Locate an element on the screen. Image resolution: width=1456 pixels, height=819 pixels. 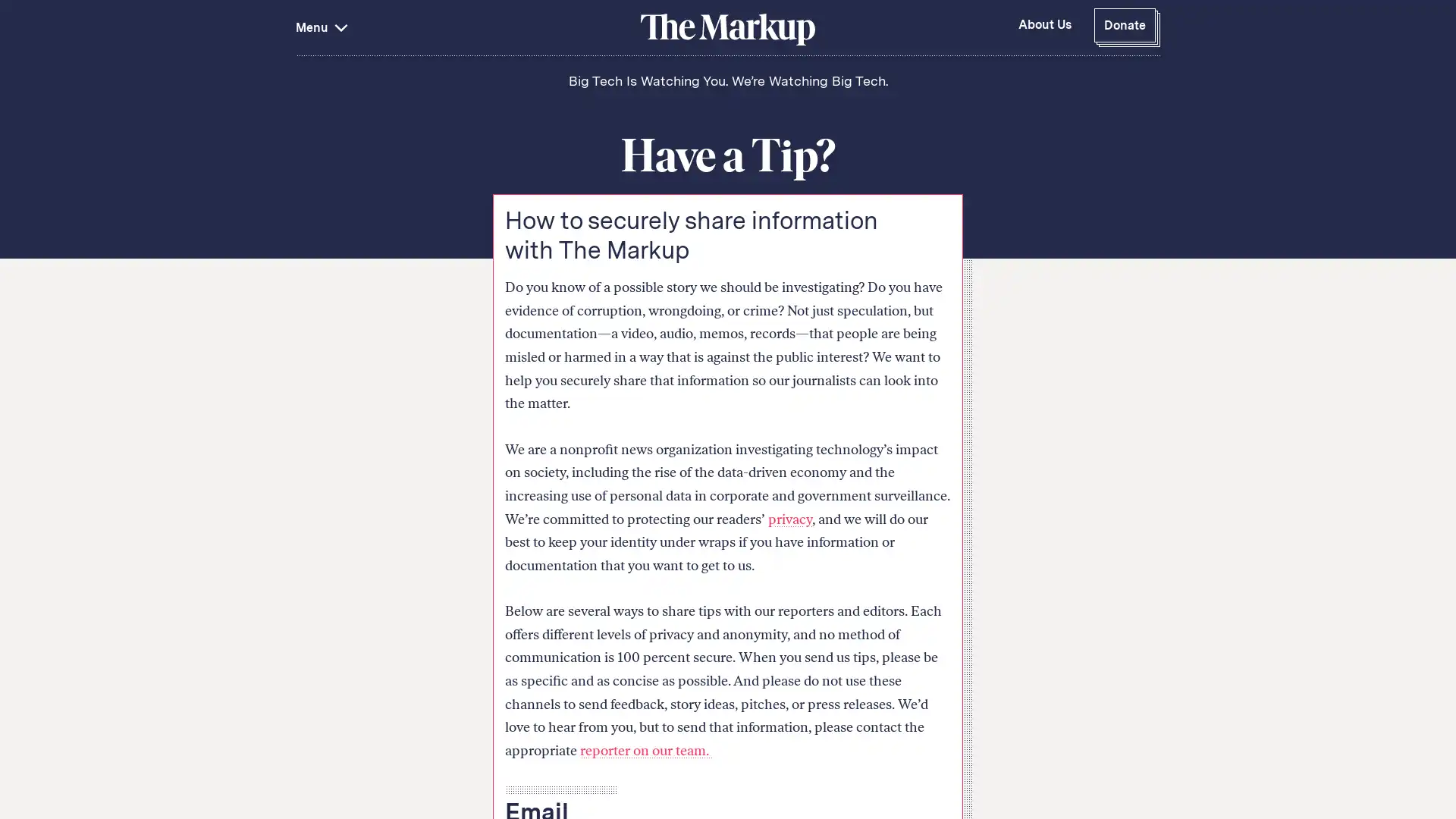
Submit is located at coordinates (591, 137).